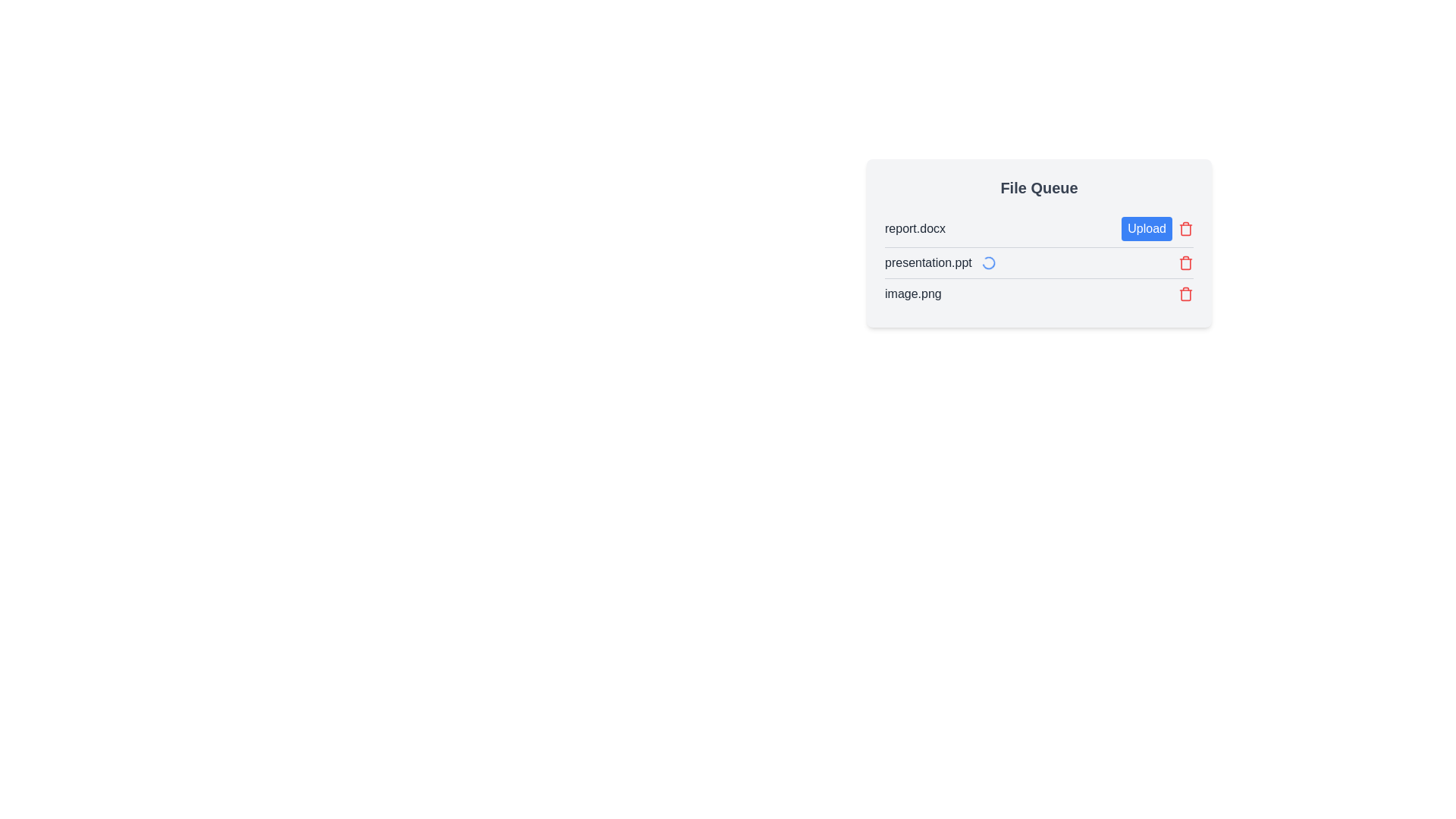 The width and height of the screenshot is (1456, 819). What do you see at coordinates (1185, 262) in the screenshot?
I see `the red trash bin icon with a circular marking` at bounding box center [1185, 262].